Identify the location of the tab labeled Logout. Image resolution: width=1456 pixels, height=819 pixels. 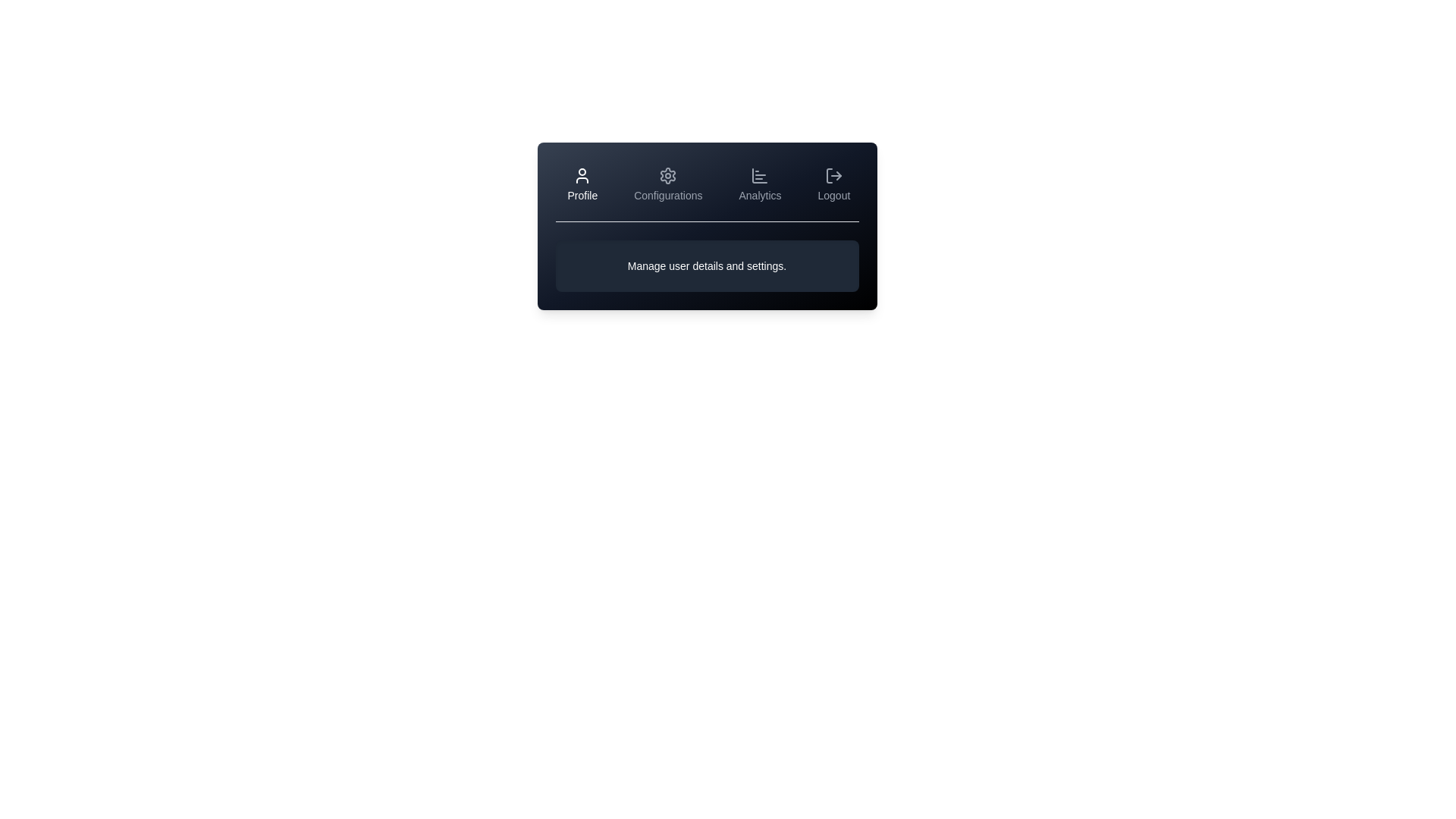
(833, 184).